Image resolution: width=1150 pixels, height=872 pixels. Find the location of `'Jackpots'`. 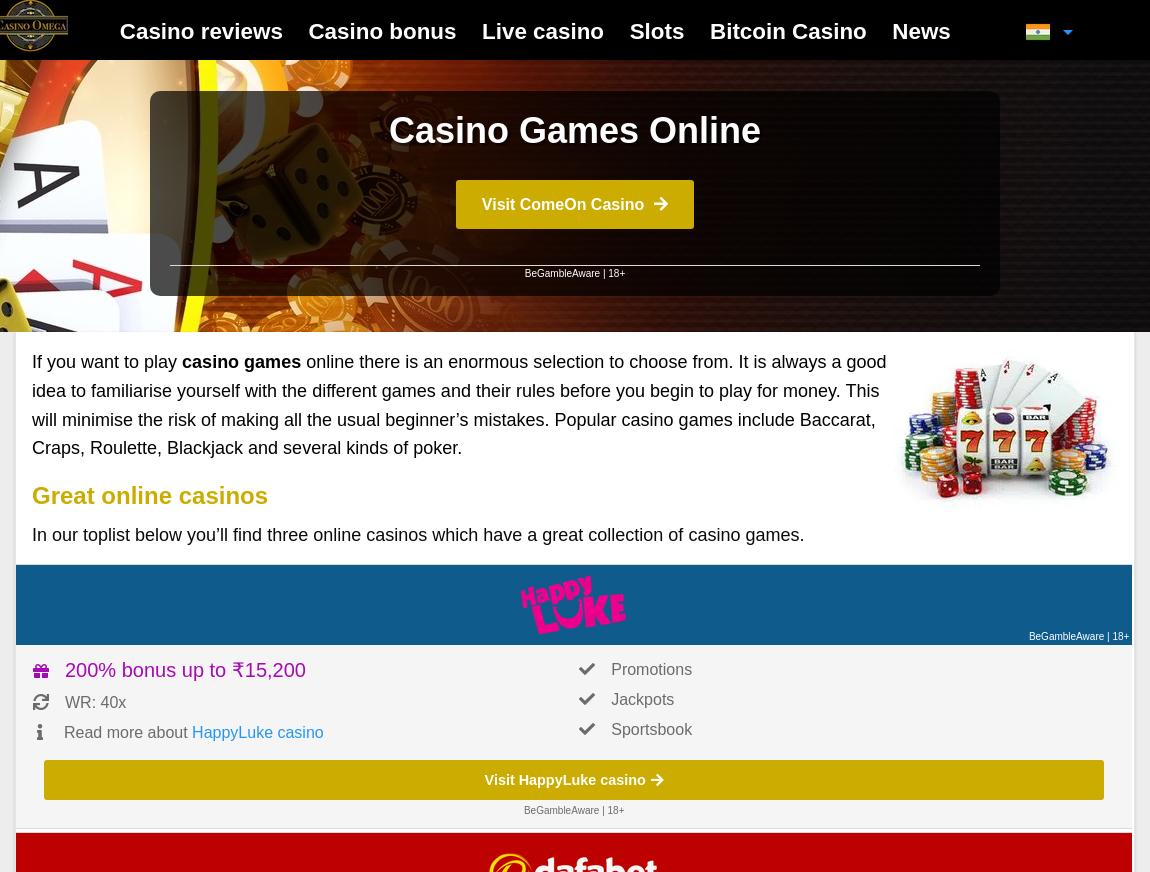

'Jackpots' is located at coordinates (641, 698).